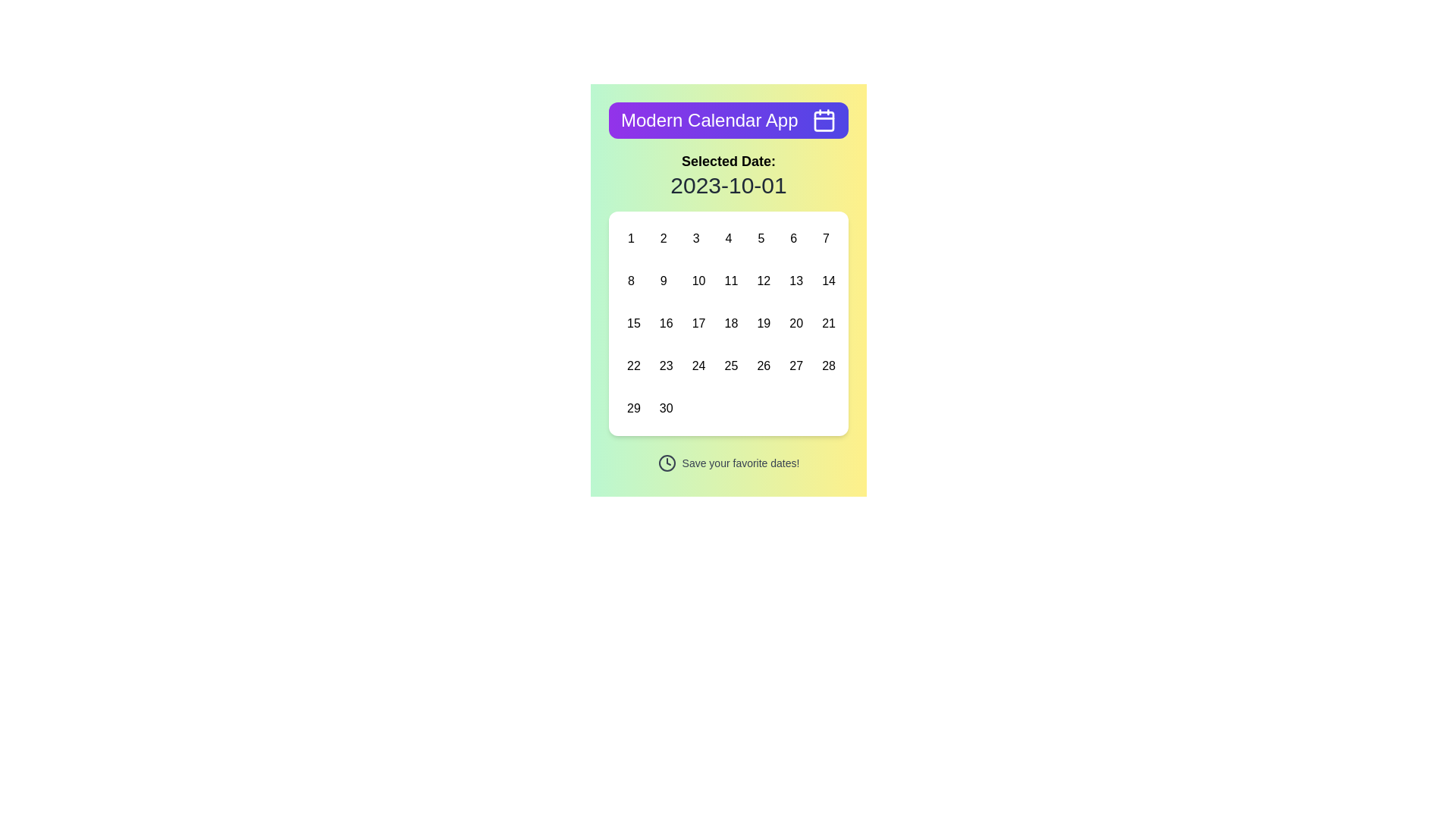 The height and width of the screenshot is (819, 1456). Describe the element at coordinates (823, 119) in the screenshot. I see `on the calendar icon located in the top-right corner of the purple header bar next` at that location.